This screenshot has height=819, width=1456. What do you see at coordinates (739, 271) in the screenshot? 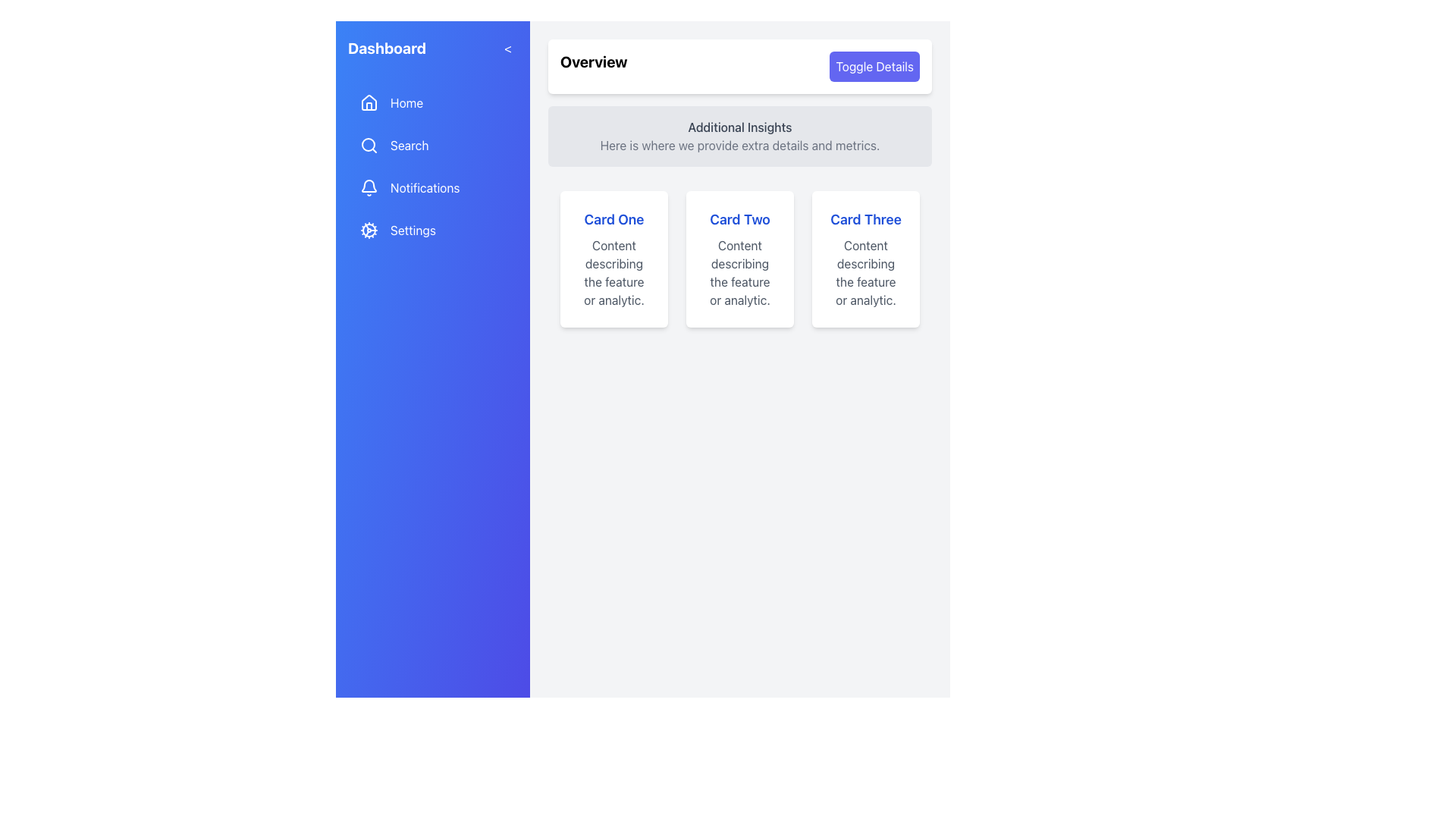
I see `the text block providing descriptive information below the heading 'Card Two' in the second card of a three-card layout` at bounding box center [739, 271].